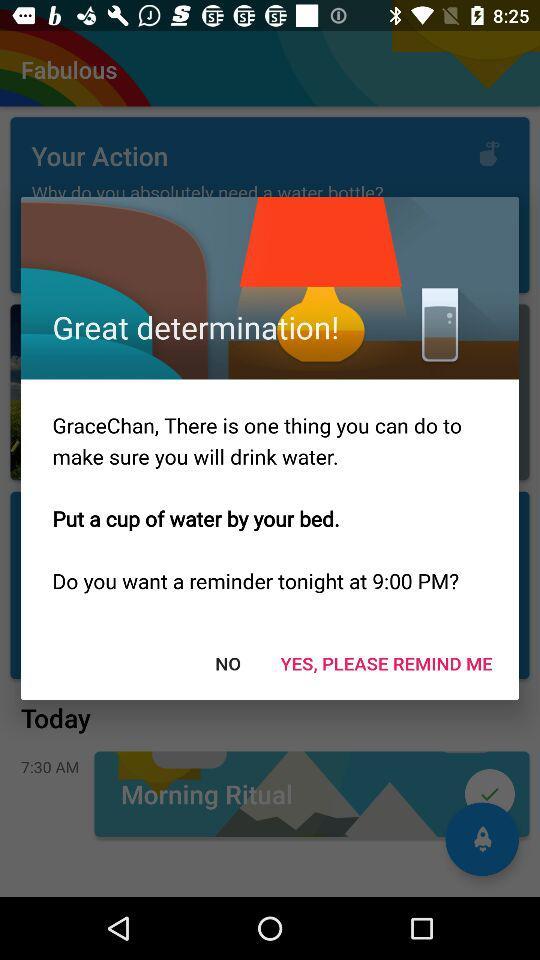 Image resolution: width=540 pixels, height=960 pixels. I want to click on yes please remind item, so click(386, 663).